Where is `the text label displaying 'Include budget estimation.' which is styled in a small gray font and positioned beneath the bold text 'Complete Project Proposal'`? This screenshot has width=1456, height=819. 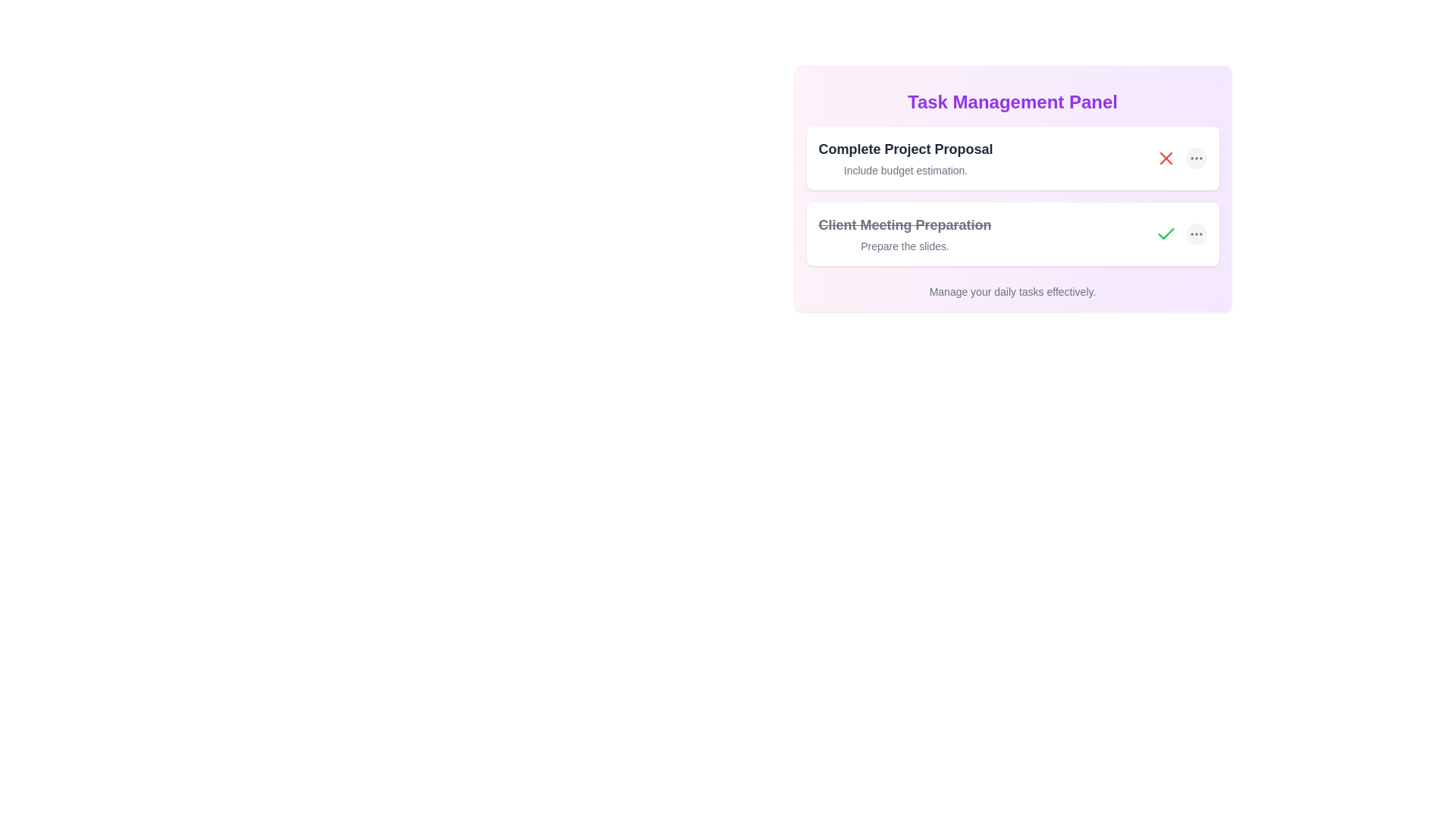
the text label displaying 'Include budget estimation.' which is styled in a small gray font and positioned beneath the bold text 'Complete Project Proposal' is located at coordinates (905, 170).